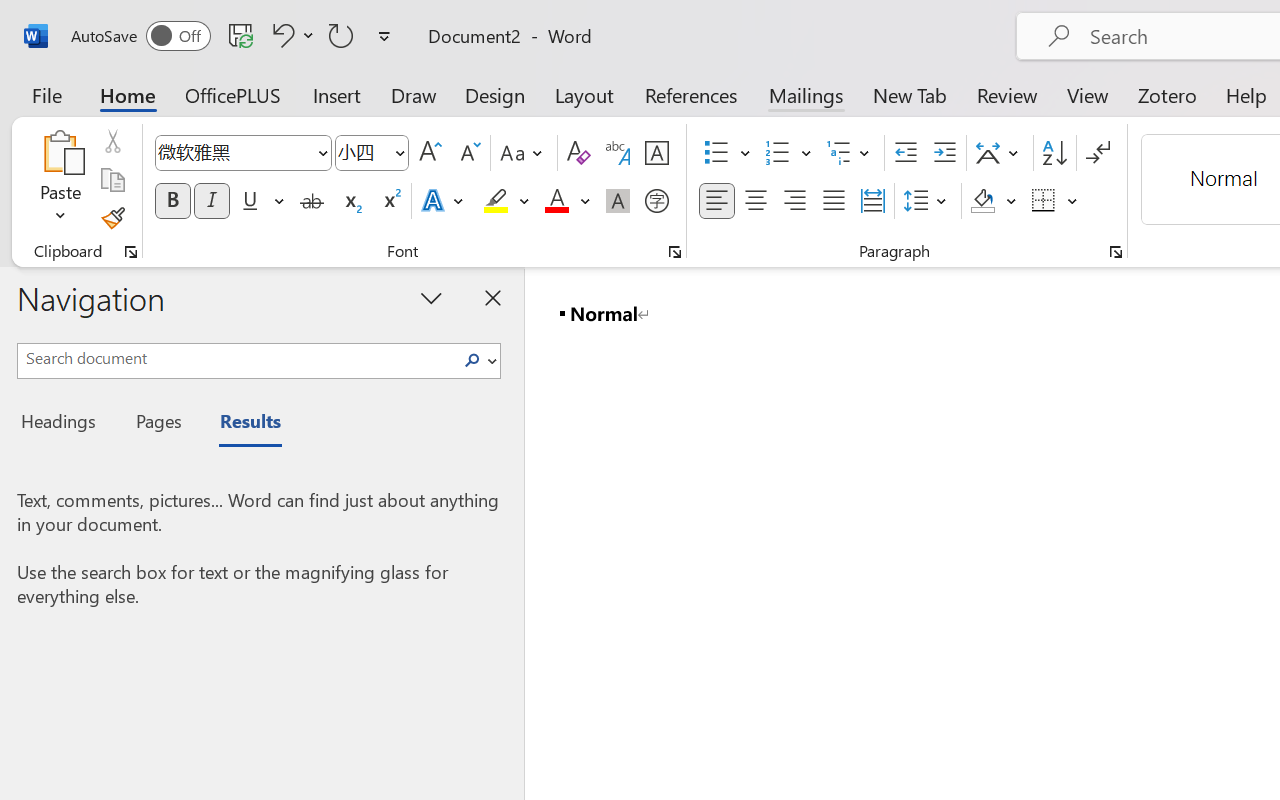 Image resolution: width=1280 pixels, height=800 pixels. What do you see at coordinates (260, 201) in the screenshot?
I see `'Underline'` at bounding box center [260, 201].